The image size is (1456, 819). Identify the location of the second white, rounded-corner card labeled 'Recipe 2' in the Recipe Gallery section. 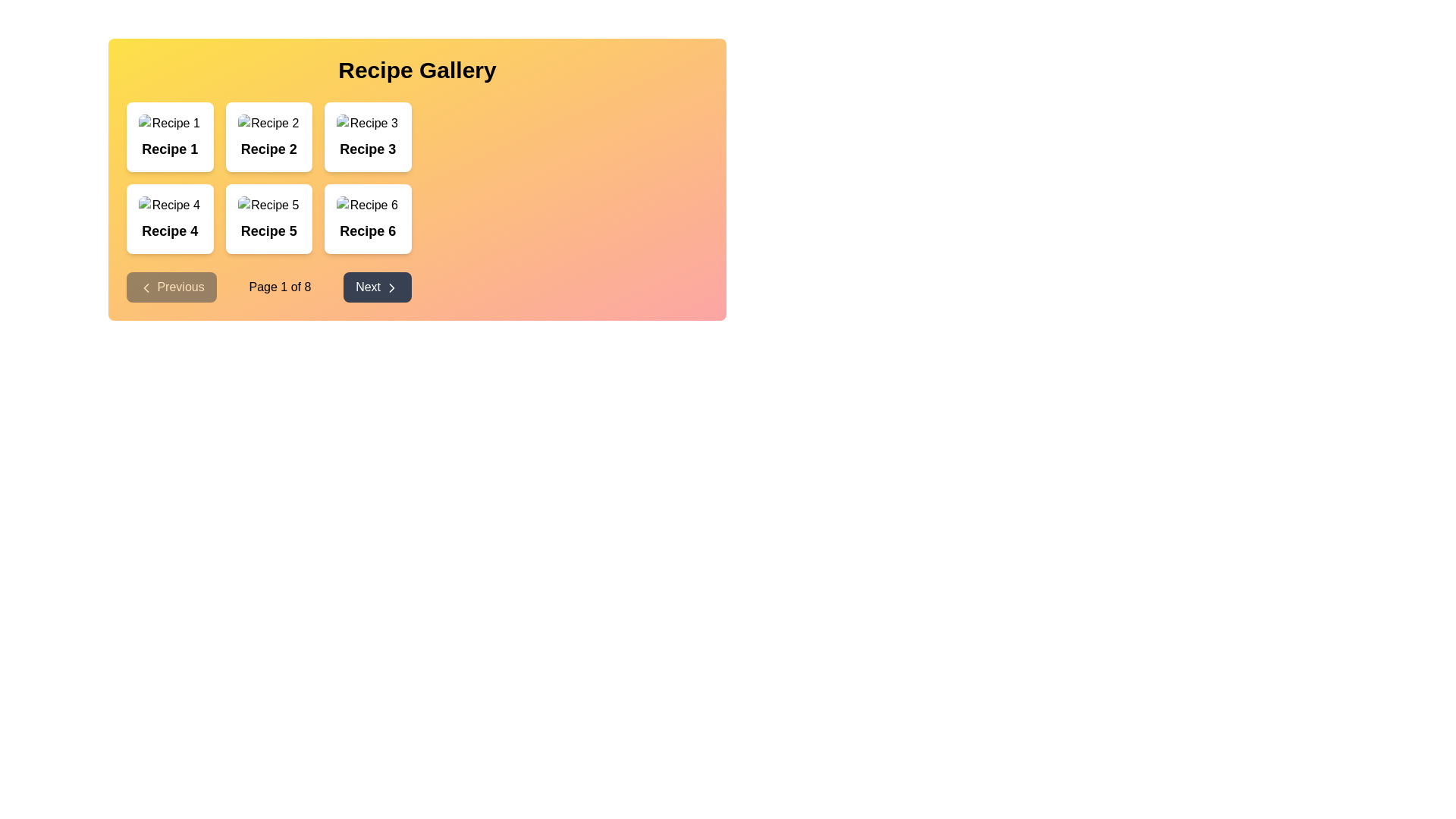
(268, 137).